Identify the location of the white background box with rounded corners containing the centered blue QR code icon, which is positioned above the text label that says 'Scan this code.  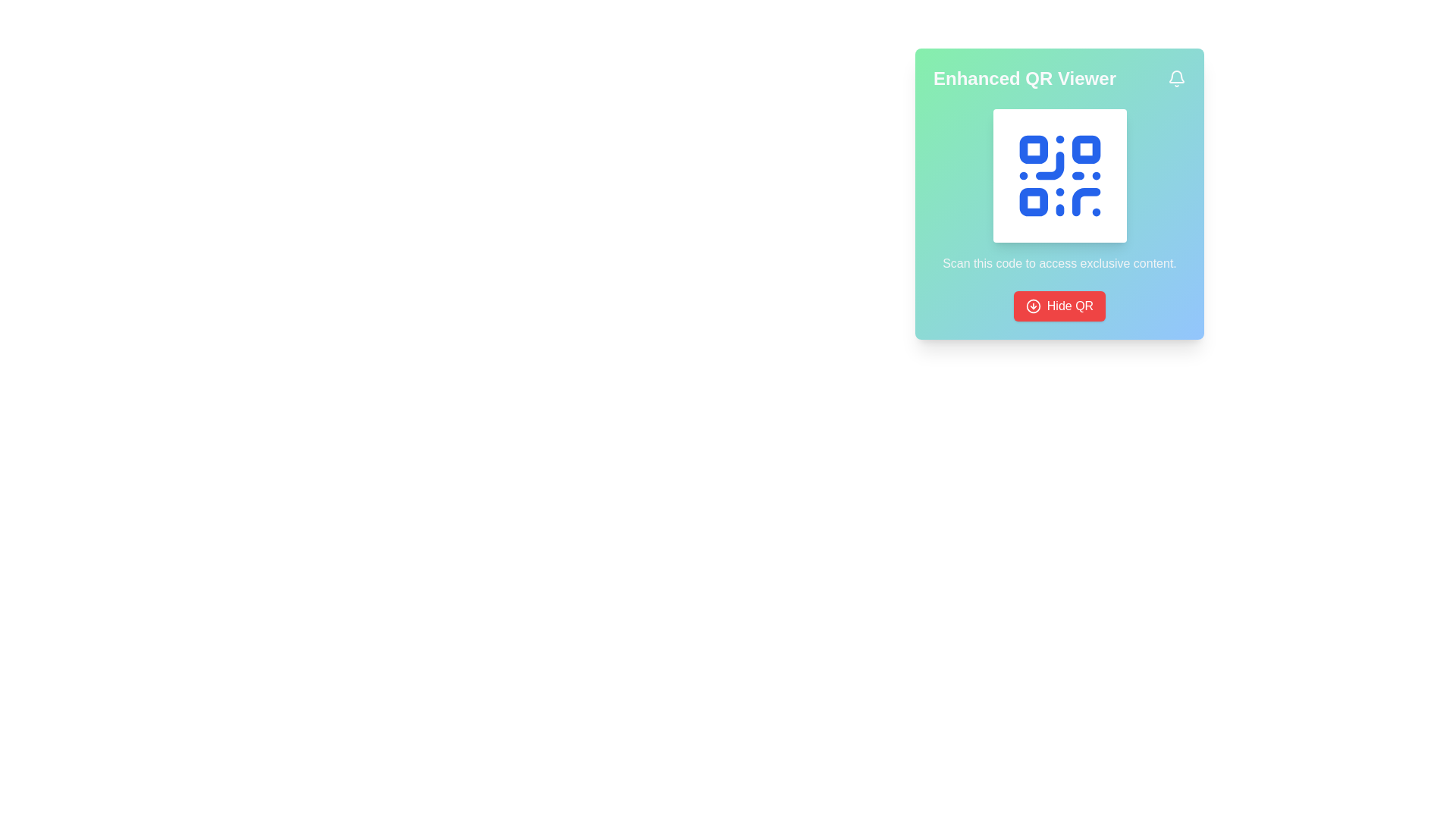
(1059, 174).